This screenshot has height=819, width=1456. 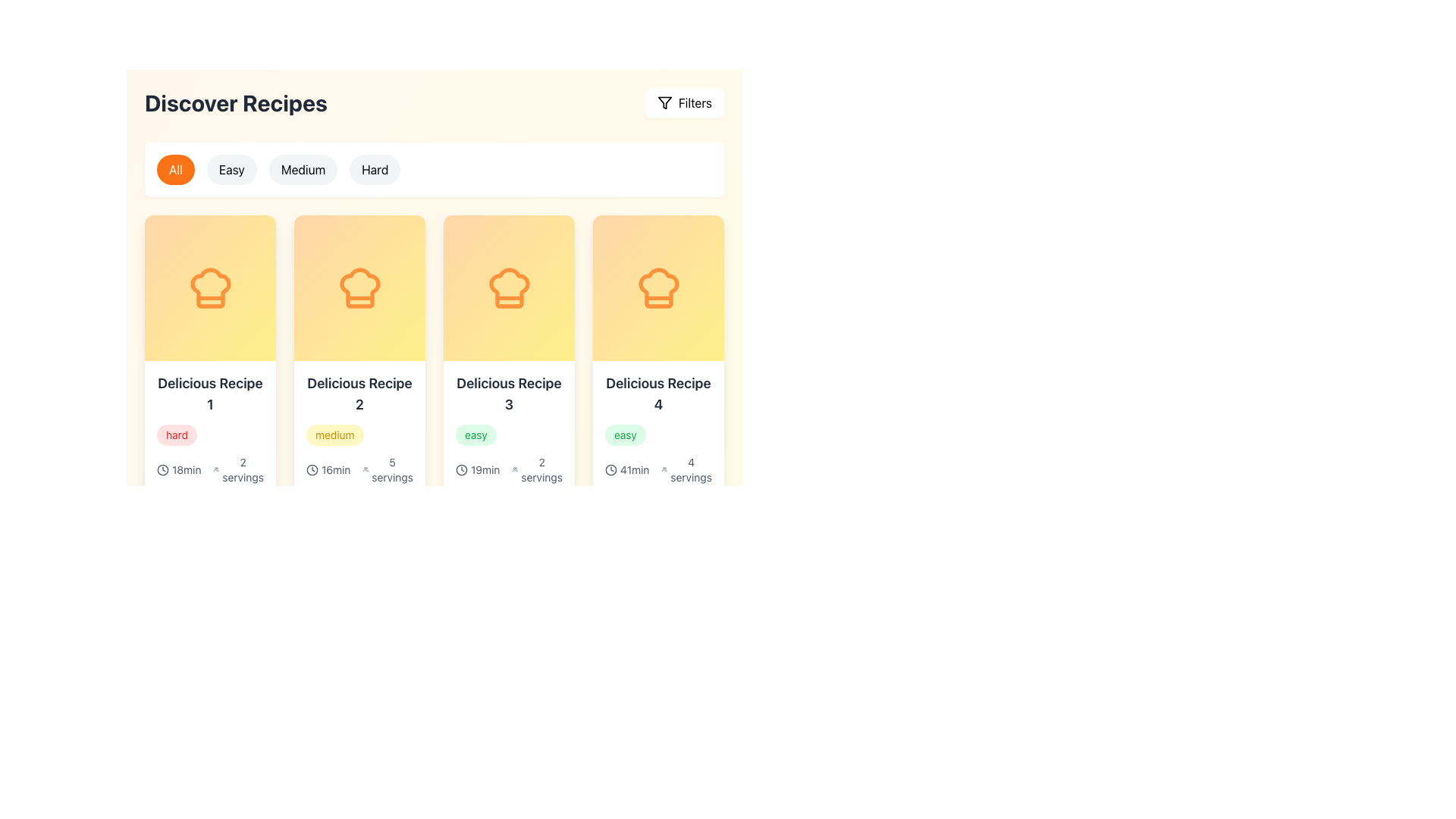 I want to click on the button labeled 'All', so click(x=175, y=169).